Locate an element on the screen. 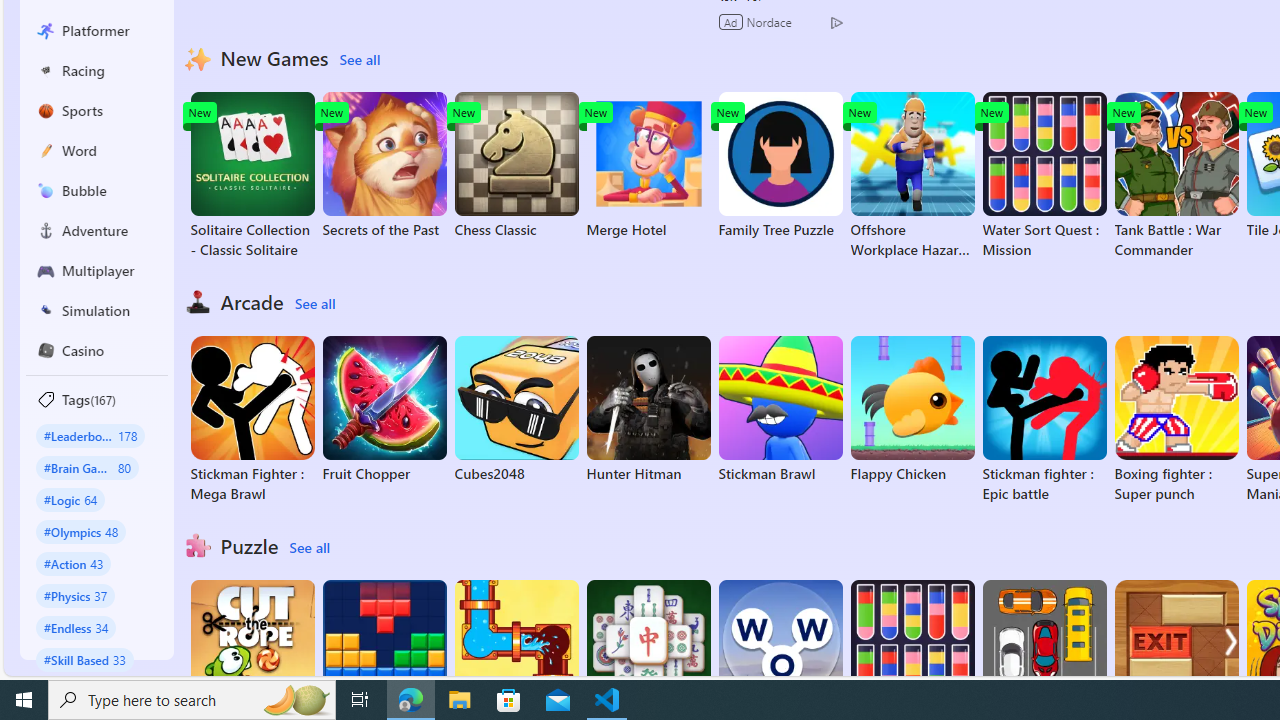  'Fruit Chopper' is located at coordinates (384, 409).